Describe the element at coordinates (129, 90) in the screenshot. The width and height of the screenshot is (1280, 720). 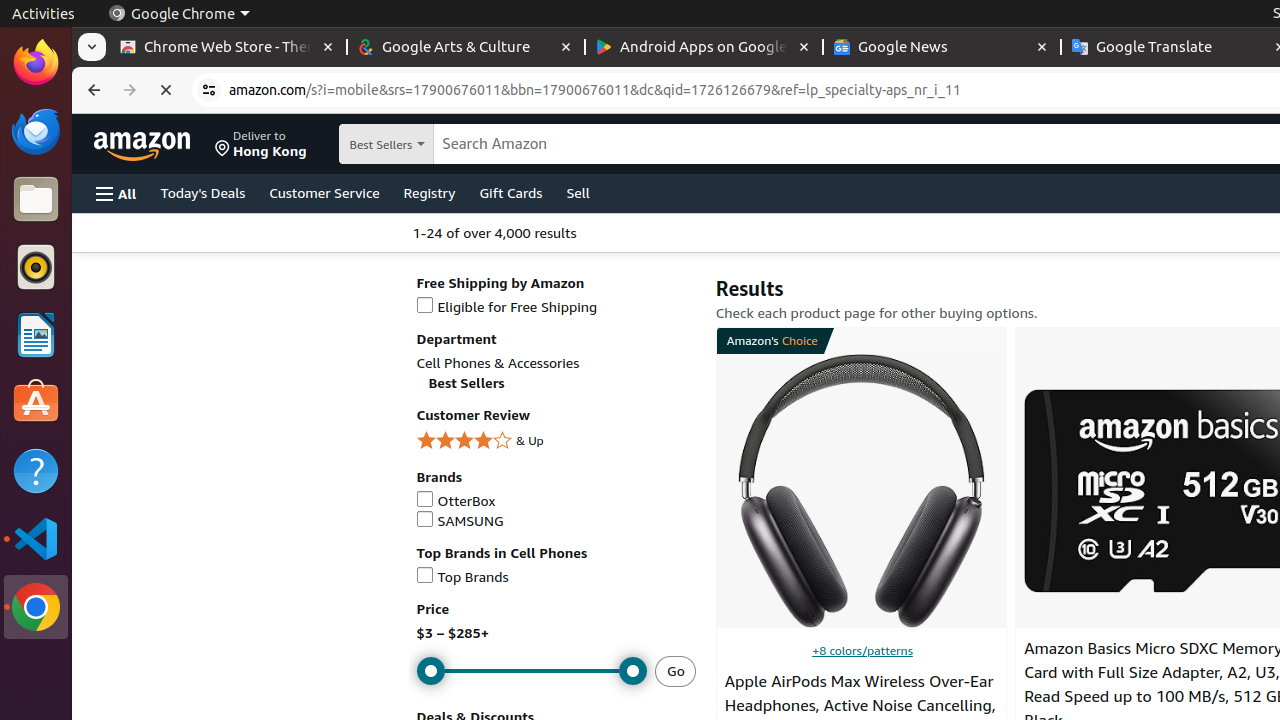
I see `'Forward'` at that location.